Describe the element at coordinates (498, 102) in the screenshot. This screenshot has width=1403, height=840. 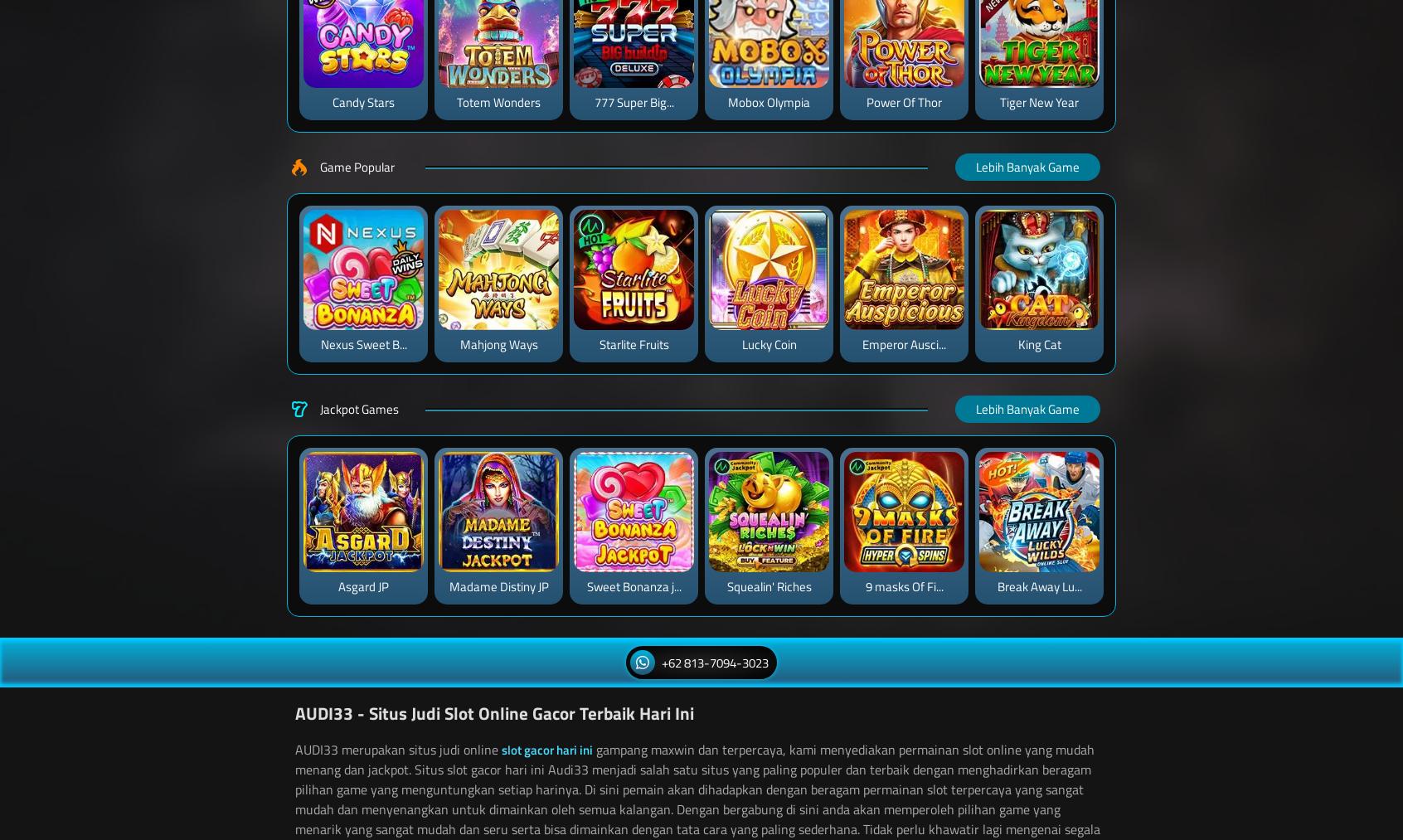
I see `'Totem Wonders'` at that location.